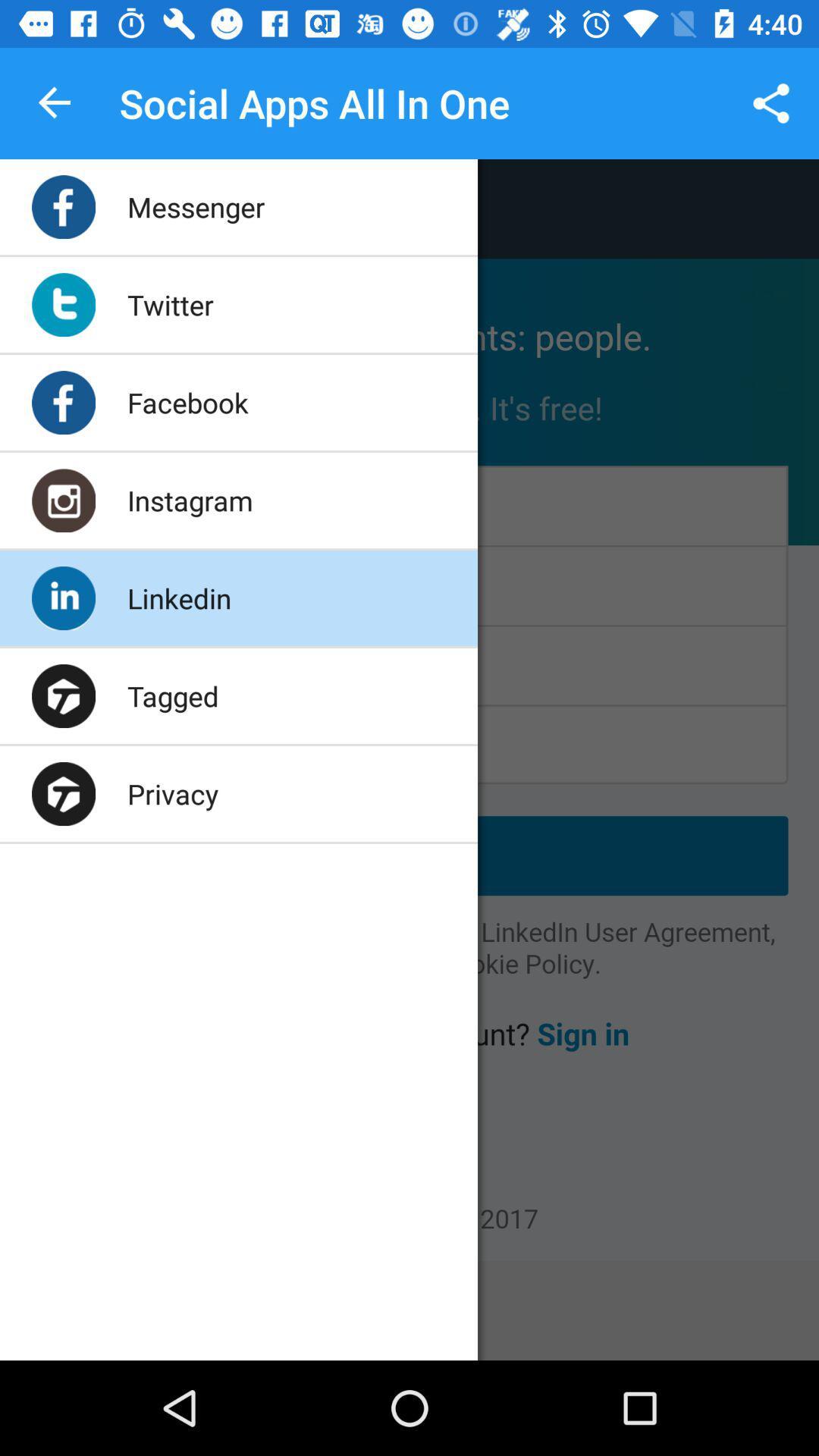  I want to click on the item below social apps all app, so click(195, 206).